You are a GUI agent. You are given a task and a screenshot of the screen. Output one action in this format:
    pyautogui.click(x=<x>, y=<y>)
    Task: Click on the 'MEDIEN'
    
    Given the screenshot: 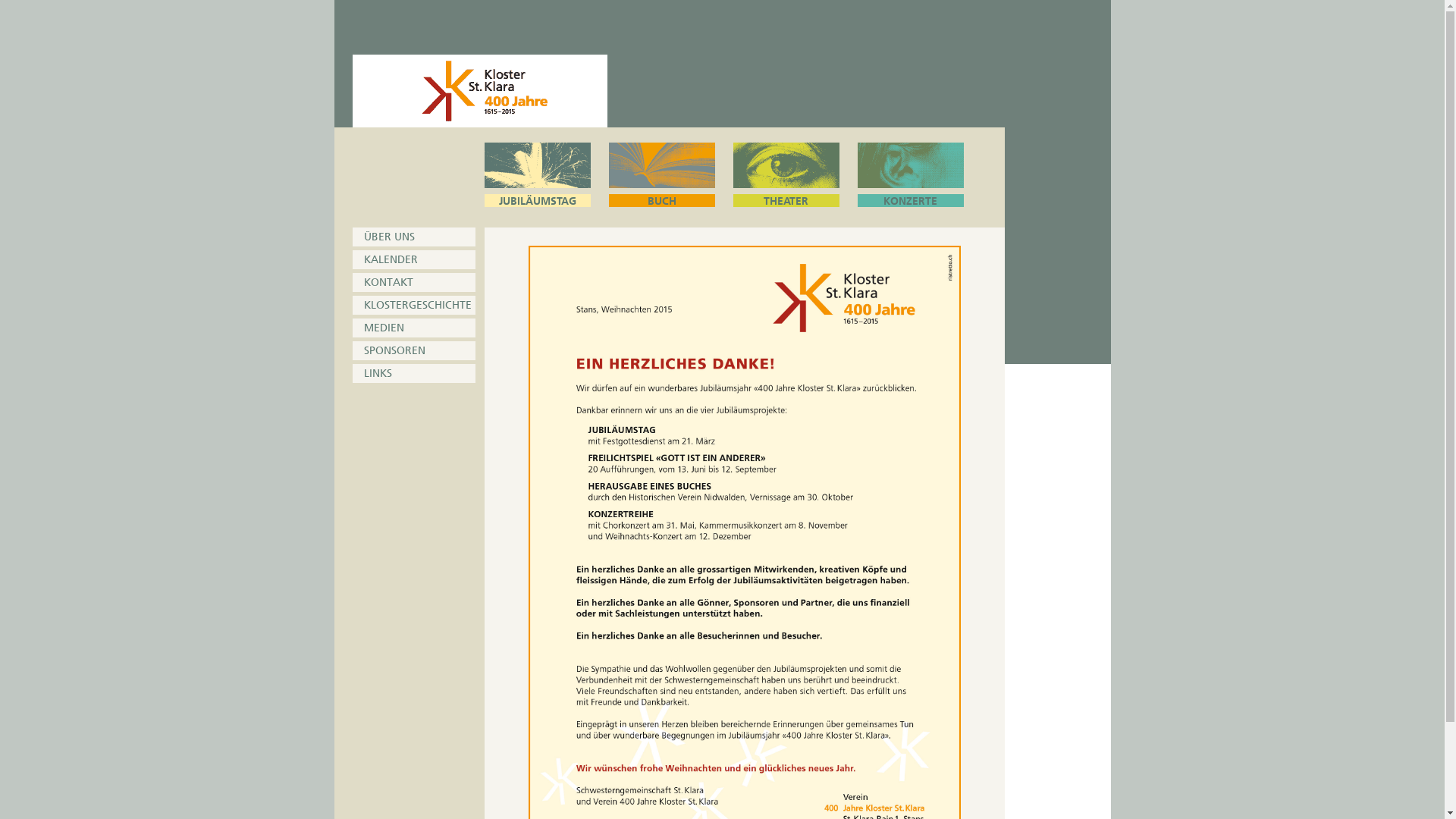 What is the action you would take?
    pyautogui.click(x=413, y=327)
    